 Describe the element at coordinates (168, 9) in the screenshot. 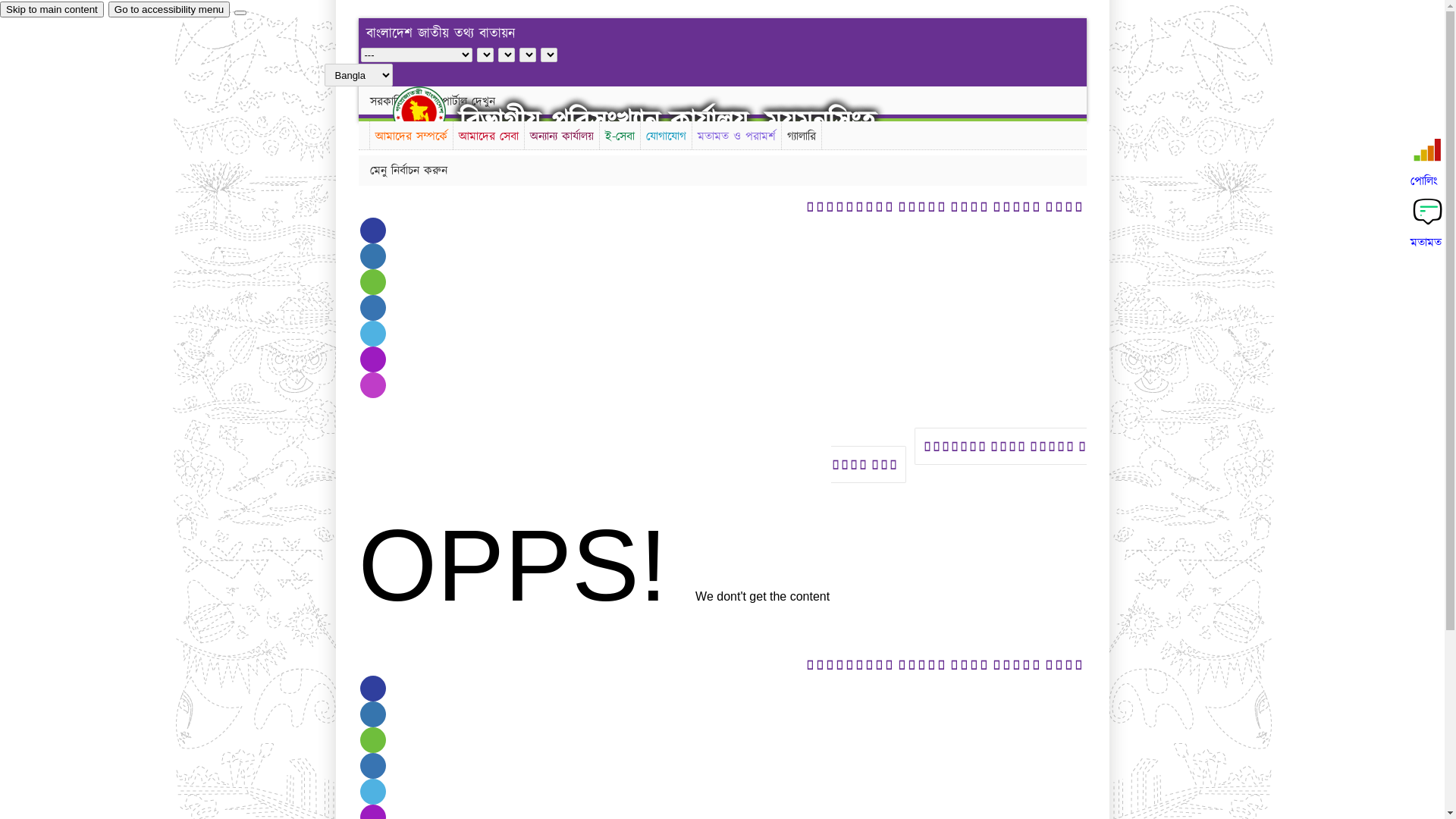

I see `'Go to accessibility menu'` at that location.